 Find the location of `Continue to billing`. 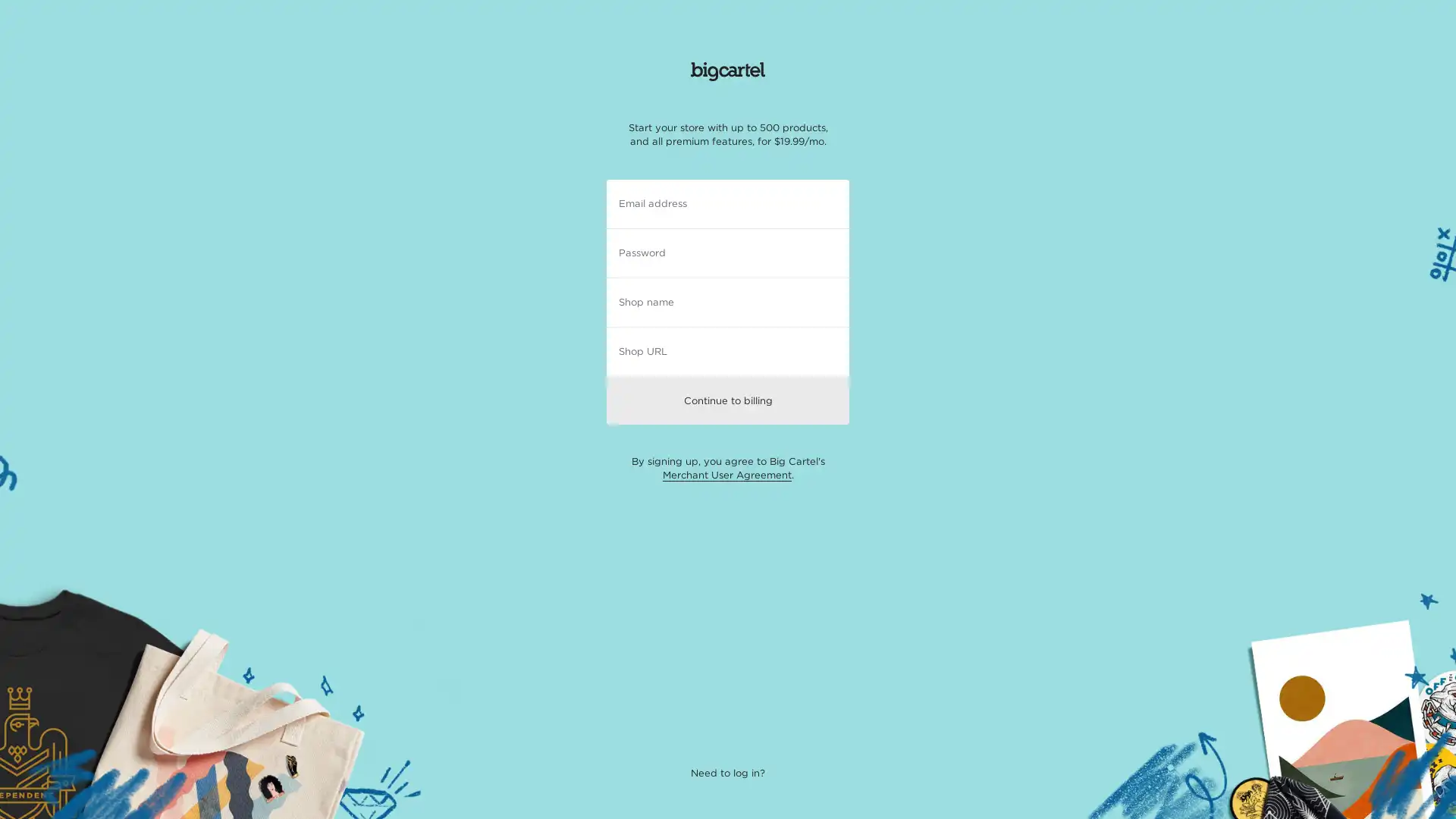

Continue to billing is located at coordinates (728, 399).